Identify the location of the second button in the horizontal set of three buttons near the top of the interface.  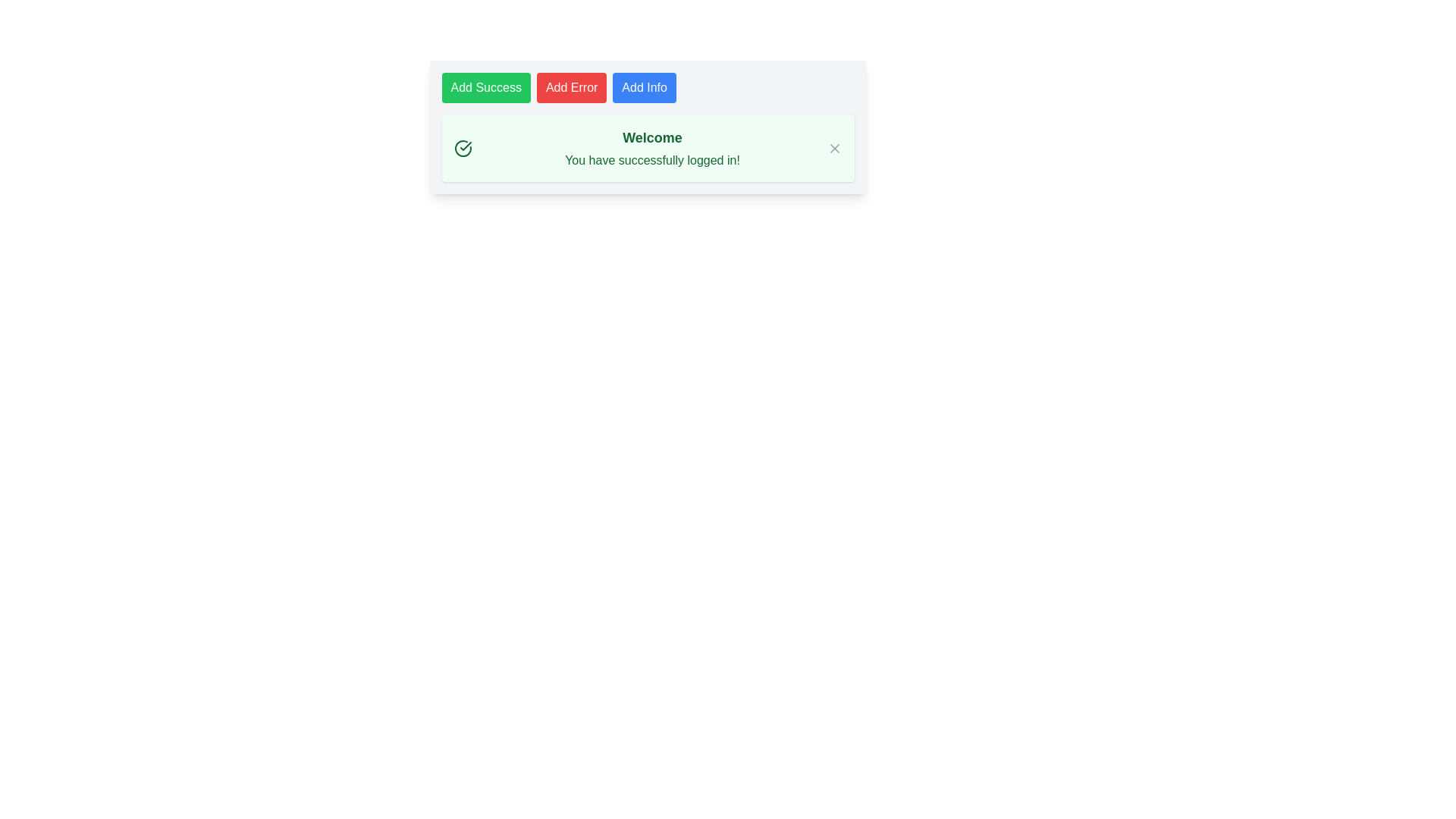
(571, 87).